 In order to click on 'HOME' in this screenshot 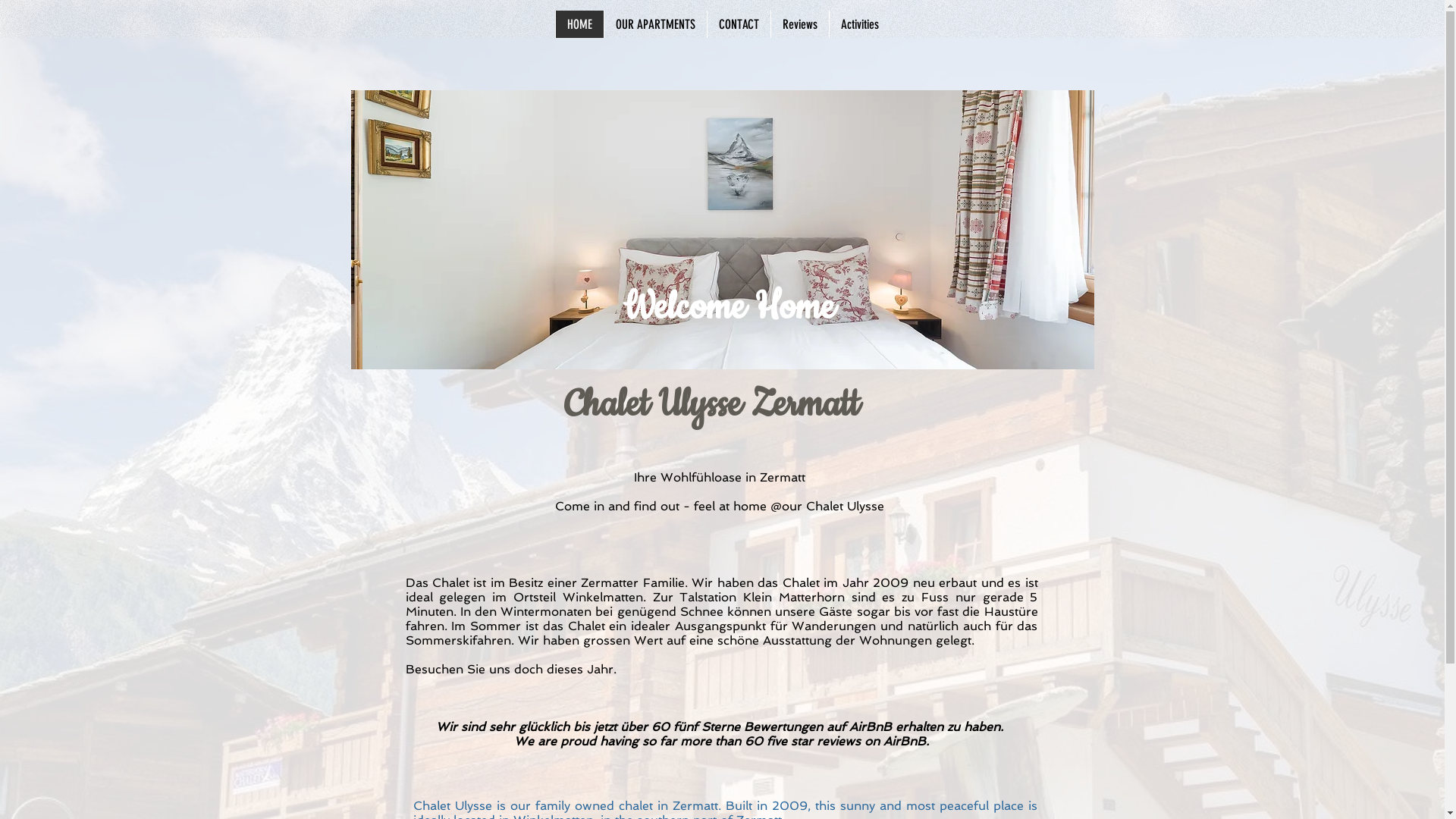, I will do `click(578, 24)`.